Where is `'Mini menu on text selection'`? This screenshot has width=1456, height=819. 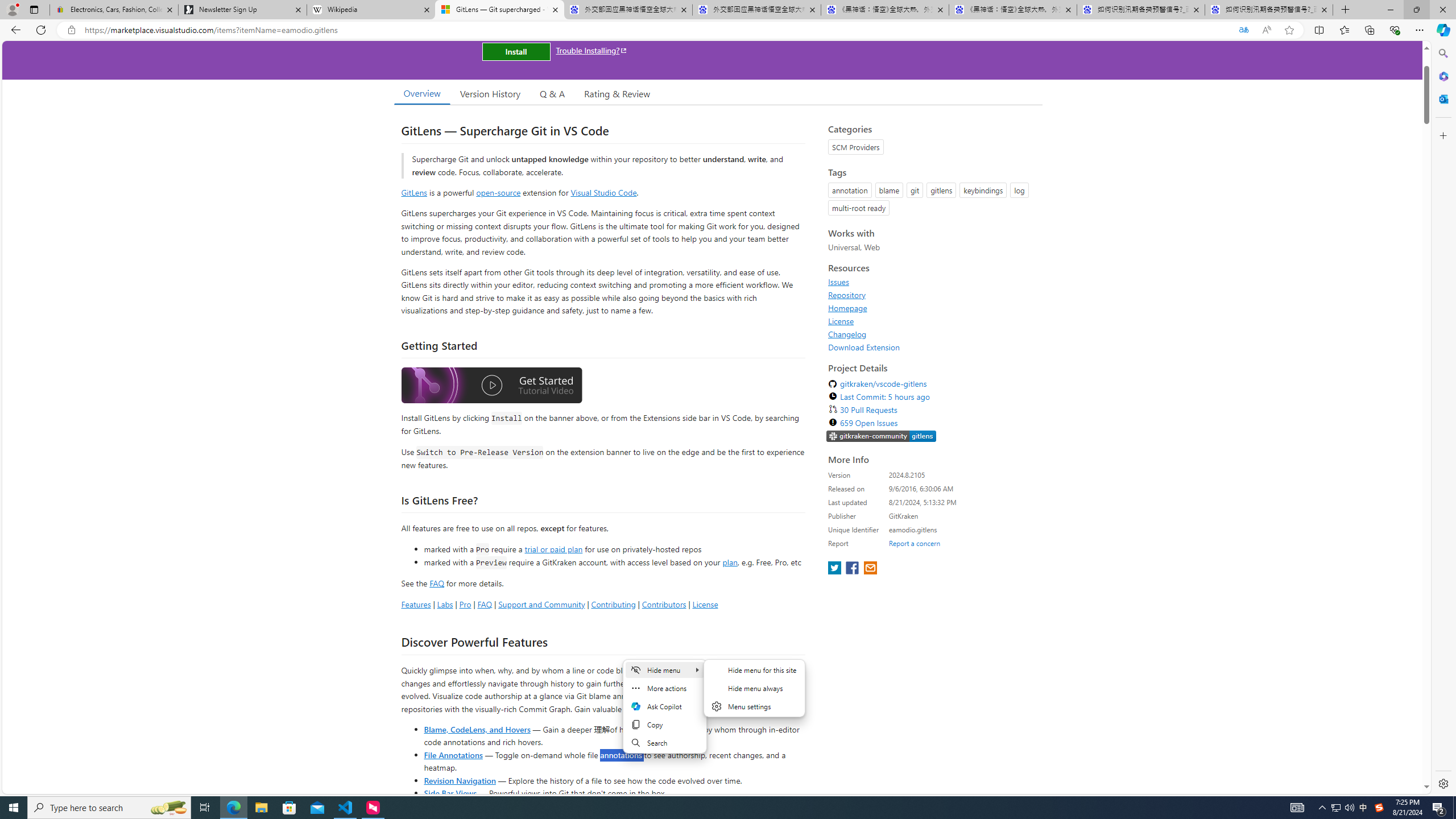 'Mini menu on text selection' is located at coordinates (664, 706).